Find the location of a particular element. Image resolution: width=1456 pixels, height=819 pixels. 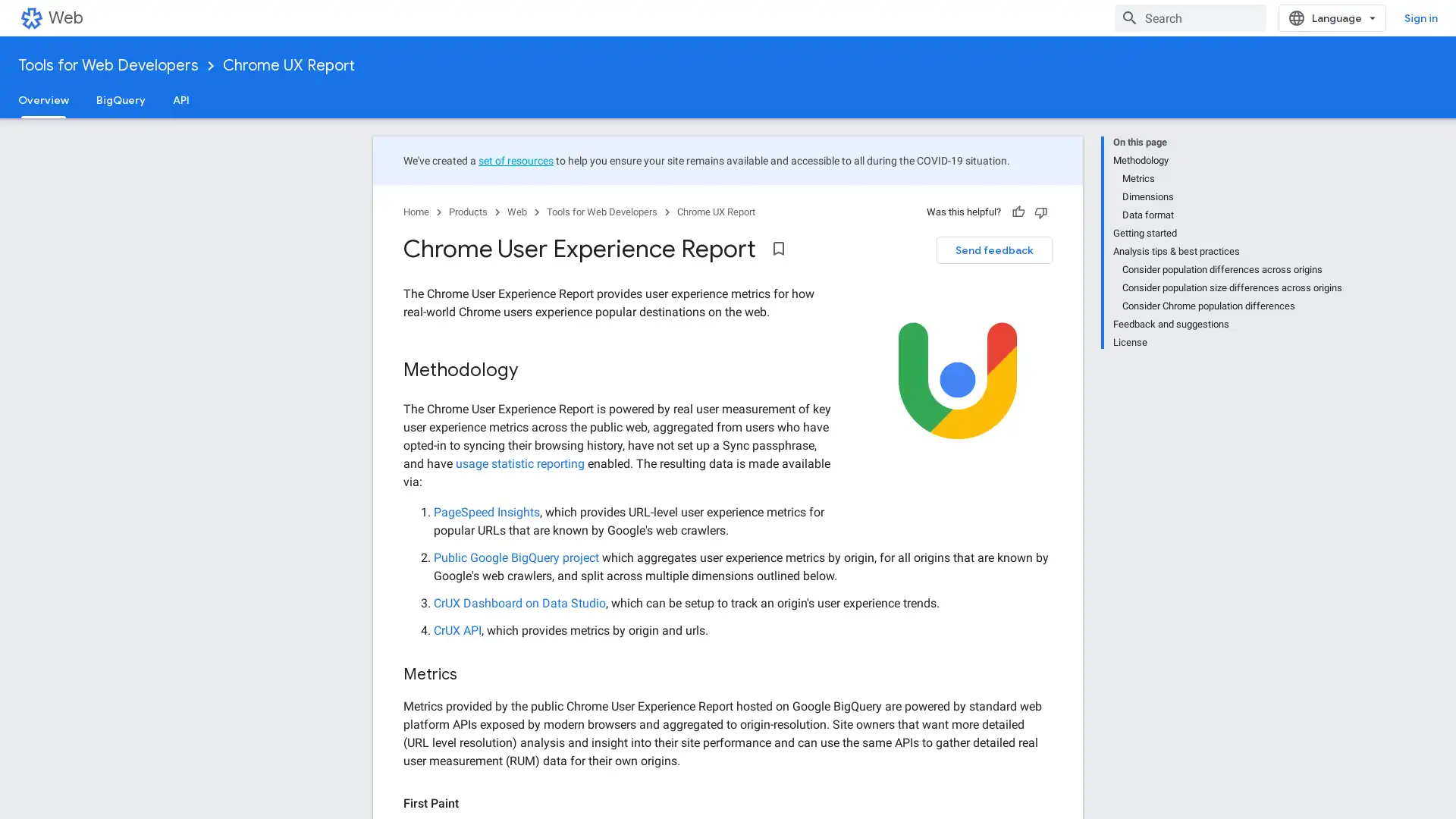

Copy link to this section: Methodology is located at coordinates (534, 371).